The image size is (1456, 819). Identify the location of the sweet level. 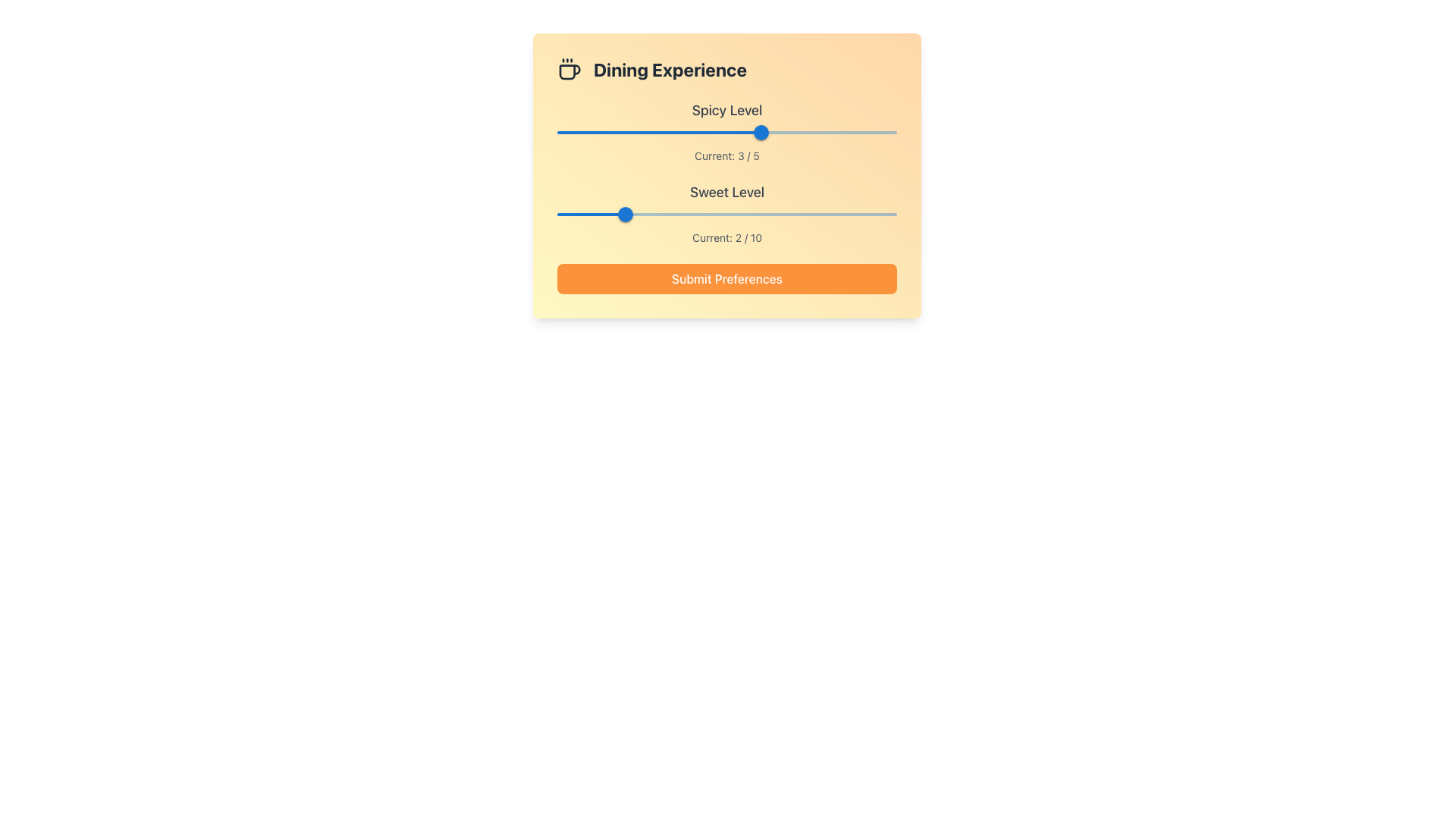
(590, 214).